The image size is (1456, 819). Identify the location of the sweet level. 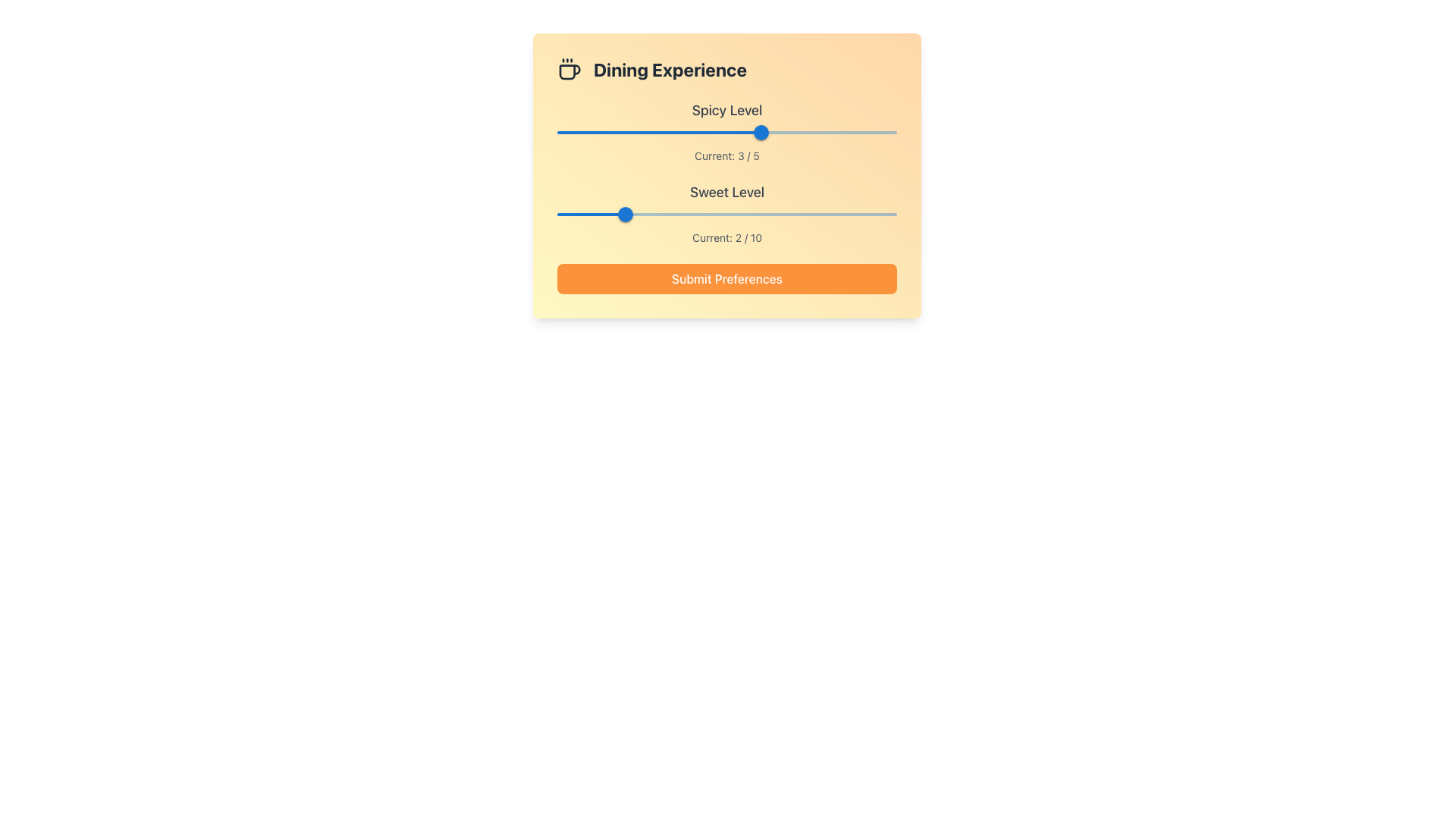
(590, 214).